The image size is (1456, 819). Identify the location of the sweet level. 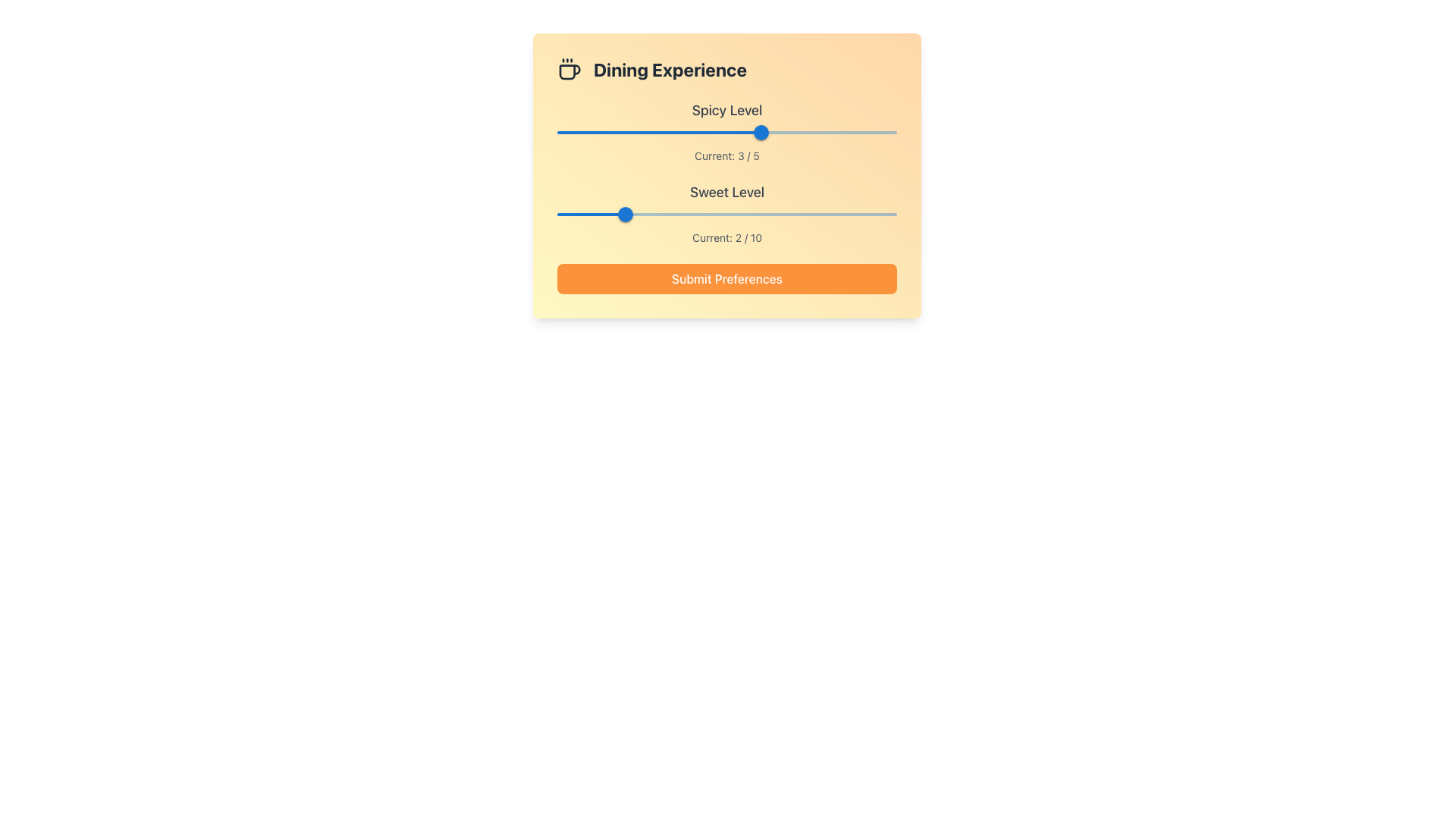
(590, 214).